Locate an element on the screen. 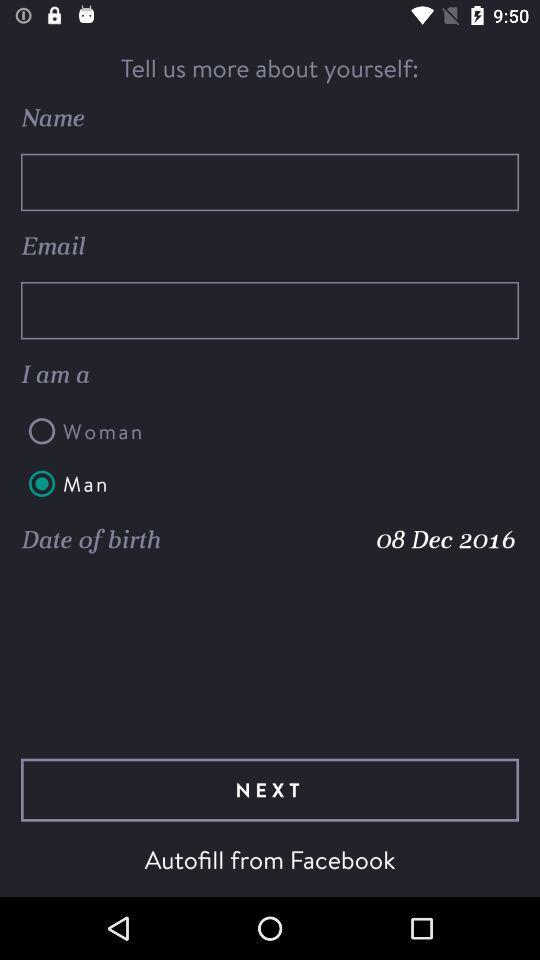  item above the email icon is located at coordinates (270, 182).